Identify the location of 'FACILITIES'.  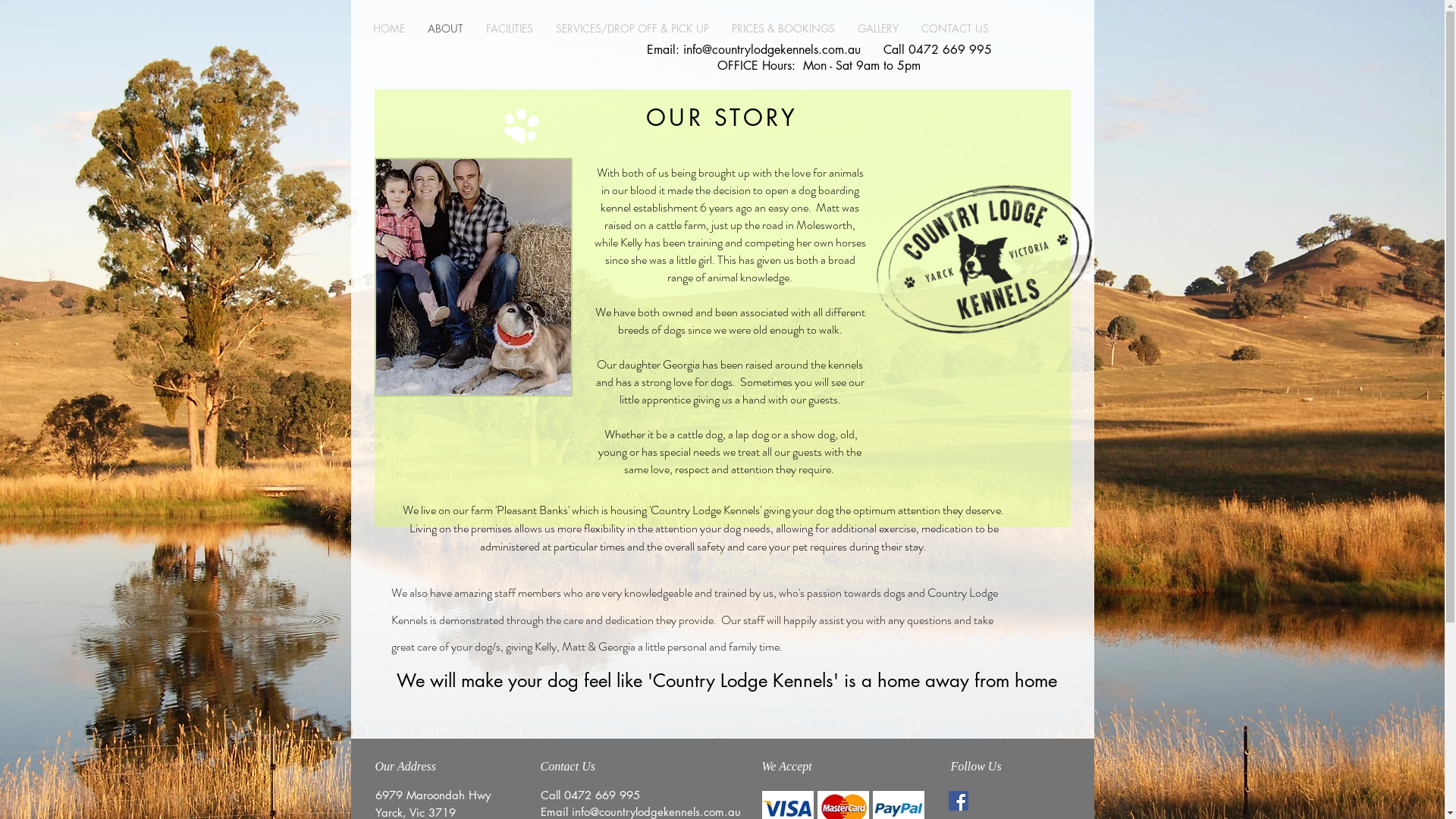
(510, 29).